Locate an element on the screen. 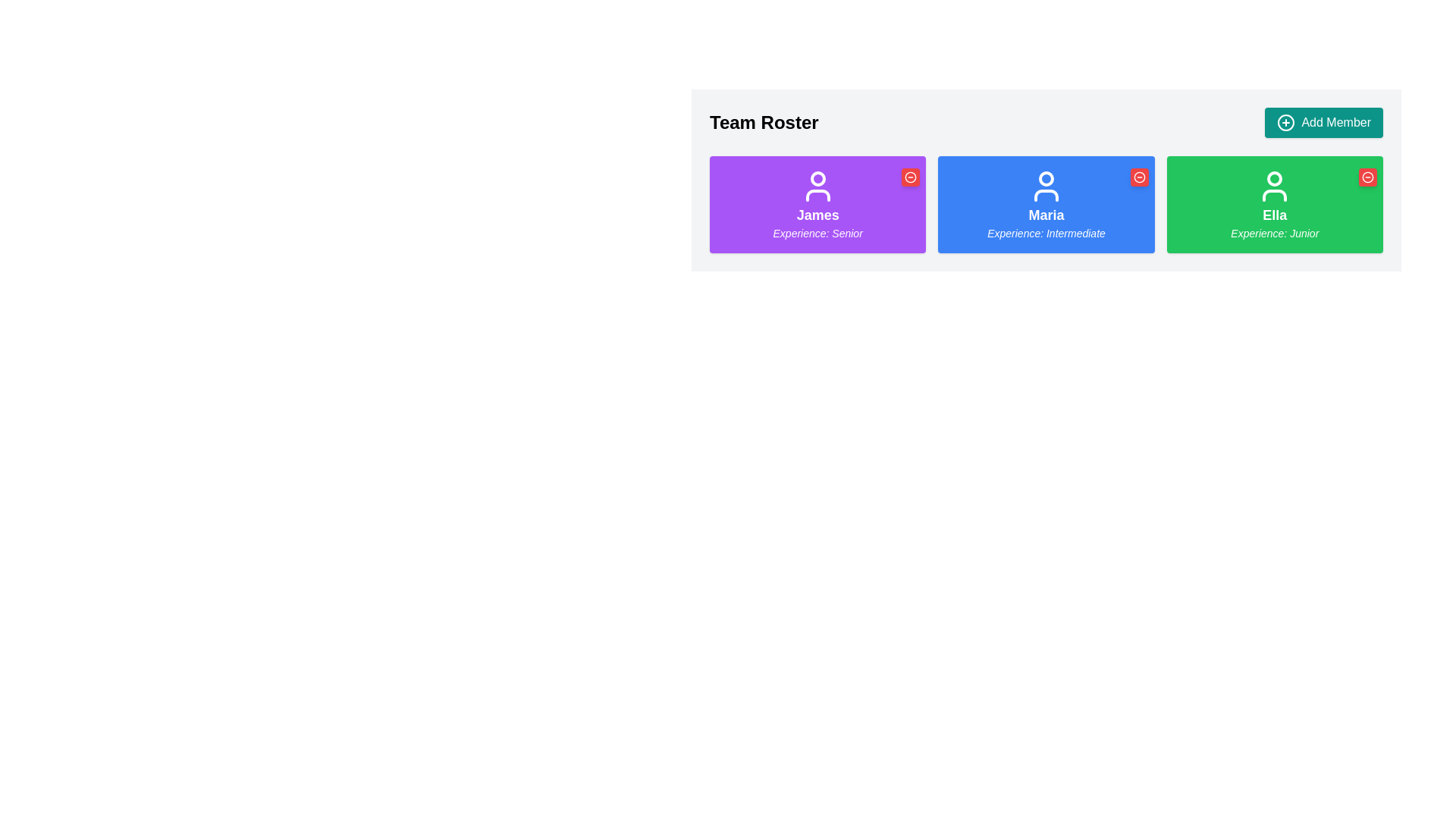 Image resolution: width=1456 pixels, height=819 pixels. the text label displaying 'Maria' in bold font is located at coordinates (1045, 215).